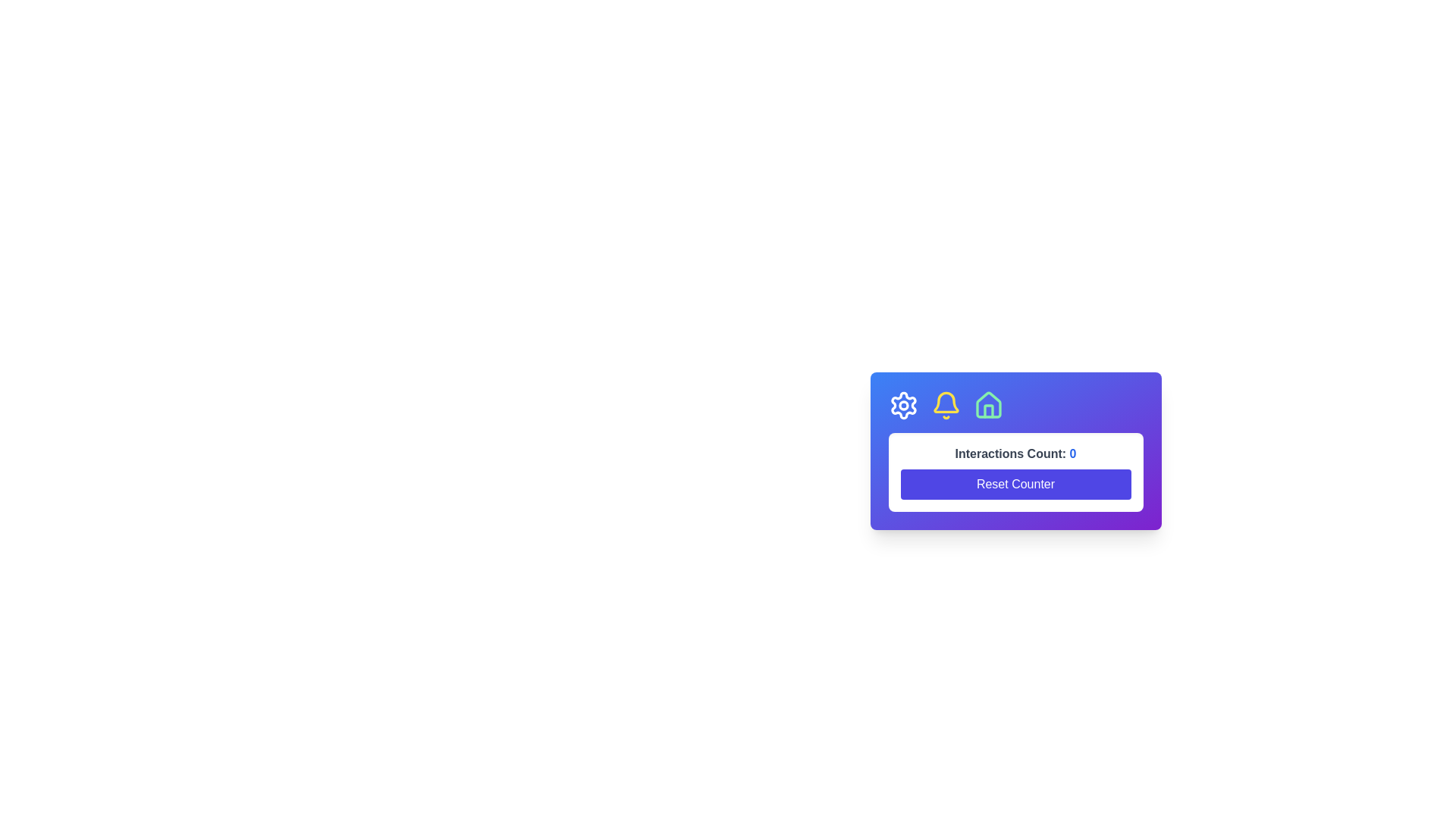 The image size is (1456, 819). I want to click on the blue button labeled 'Reset Counter' within the composite component that displays 'Interactions Count: 0', so click(1015, 500).